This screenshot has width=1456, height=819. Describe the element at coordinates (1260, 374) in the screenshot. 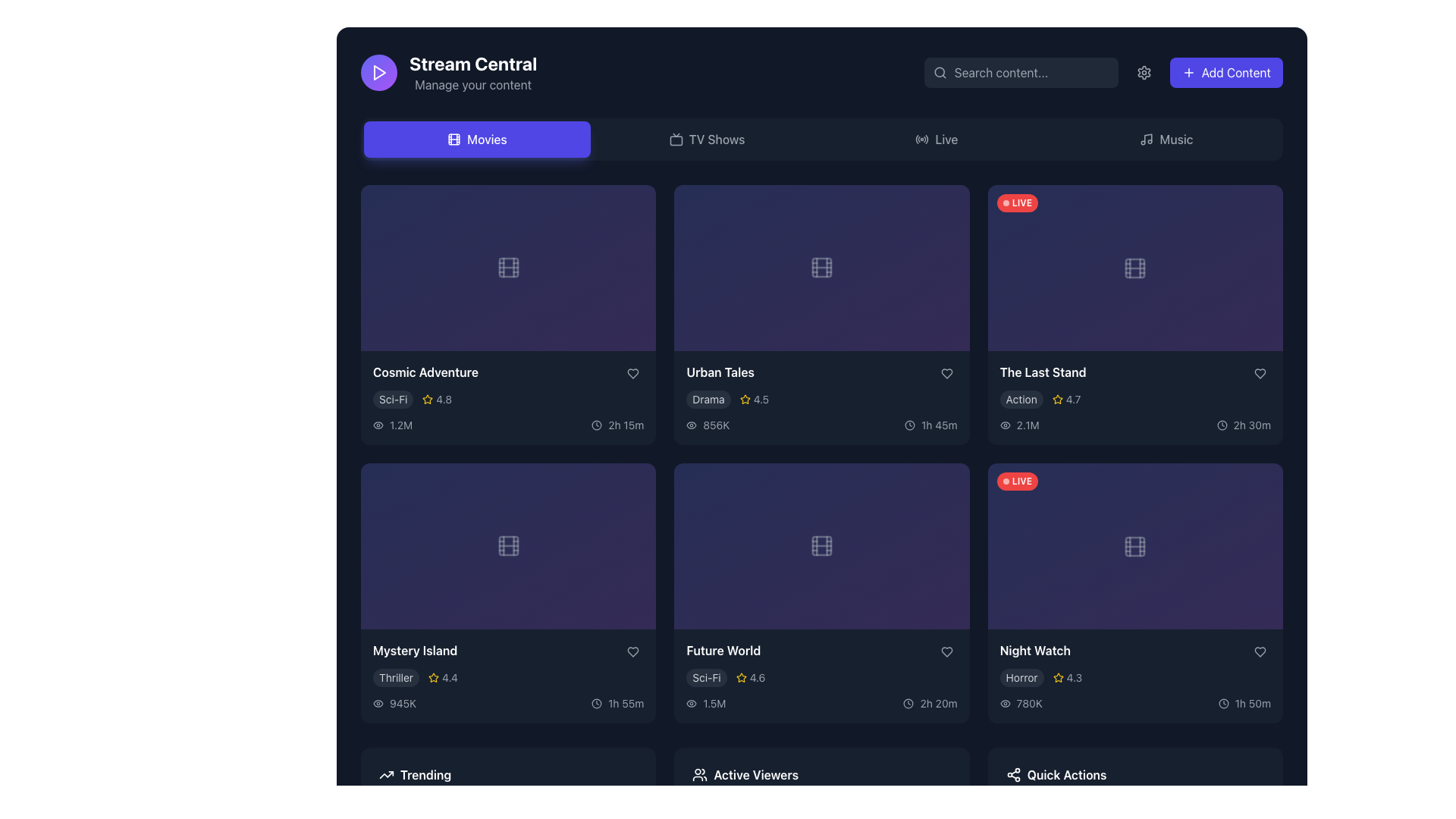

I see `the favorite icon in the top-right corner of the card for 'The Last Stand' to like or favorite the item` at that location.